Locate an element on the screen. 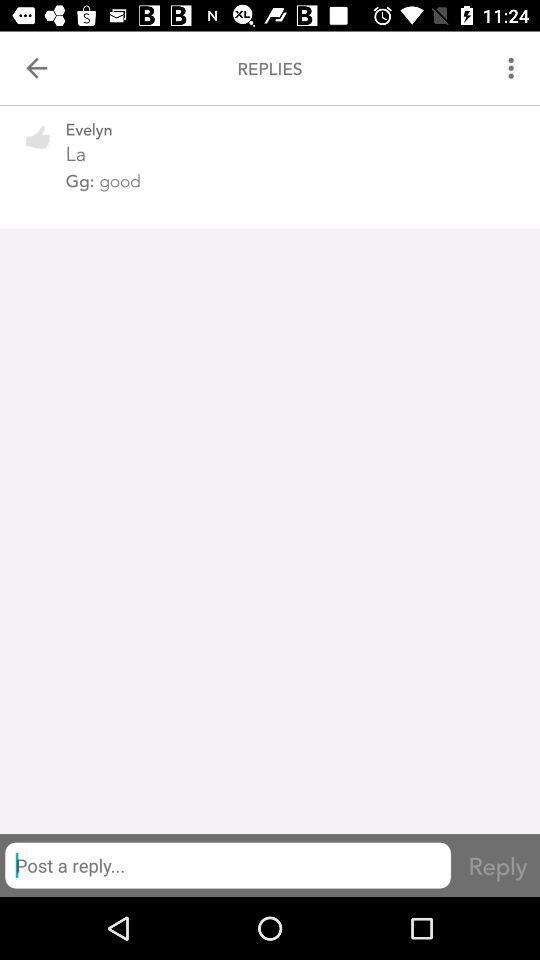 Image resolution: width=540 pixels, height=960 pixels. icon at the top right corner is located at coordinates (513, 68).